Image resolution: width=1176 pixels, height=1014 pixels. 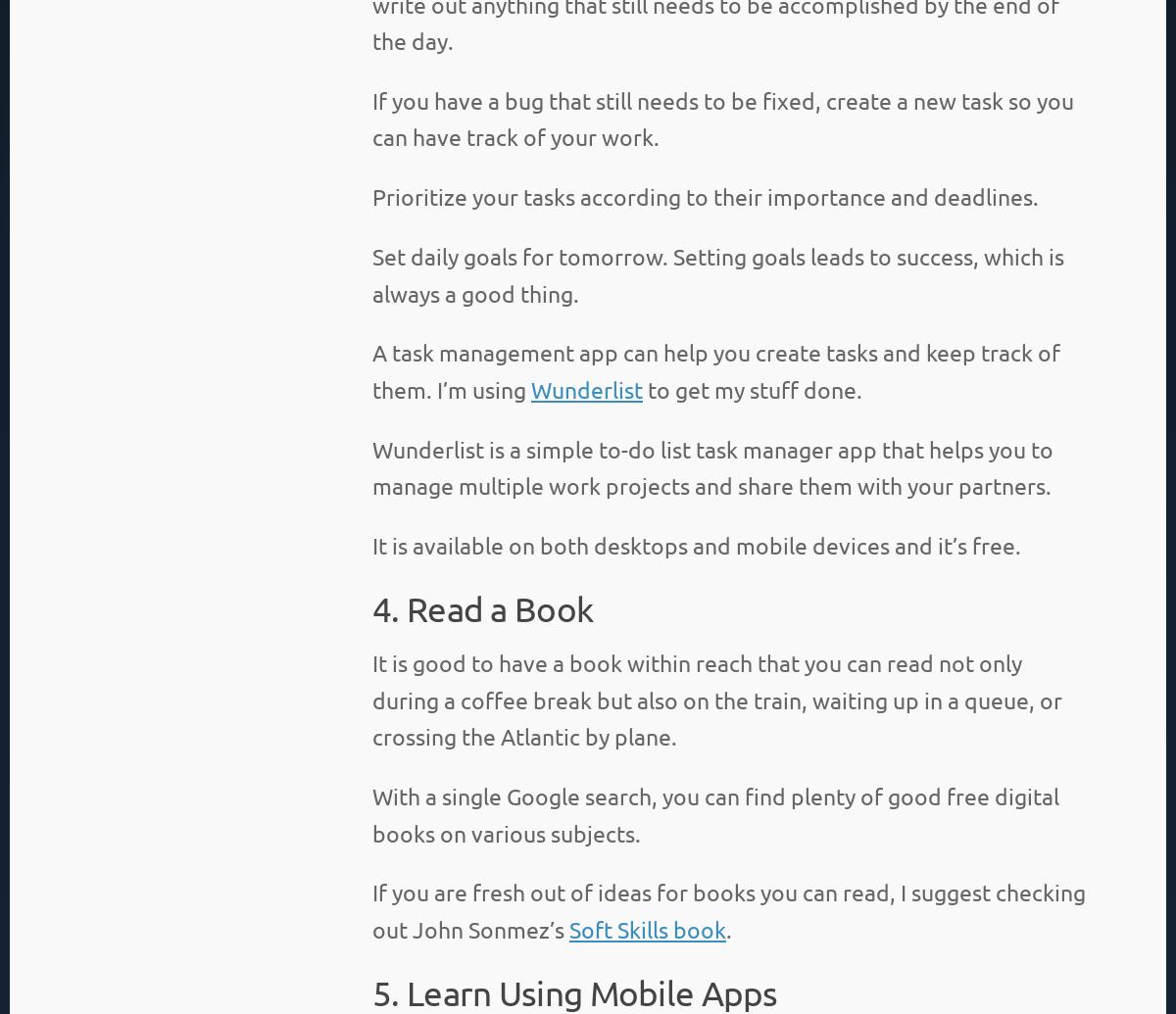 What do you see at coordinates (716, 369) in the screenshot?
I see `'A task management app can help you create tasks and keep track of them. I’m using'` at bounding box center [716, 369].